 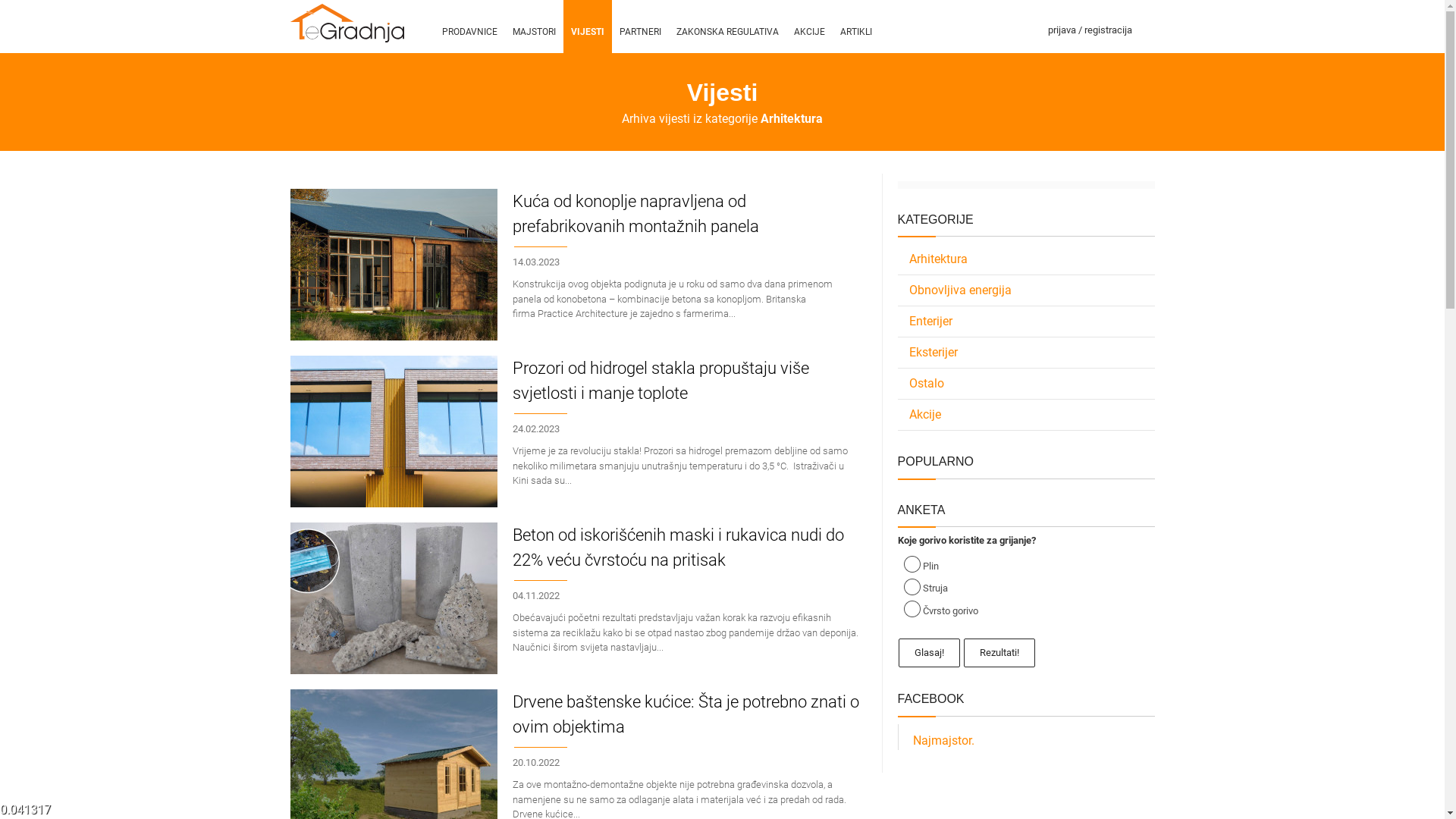 I want to click on 'Rezultati!', so click(x=999, y=651).